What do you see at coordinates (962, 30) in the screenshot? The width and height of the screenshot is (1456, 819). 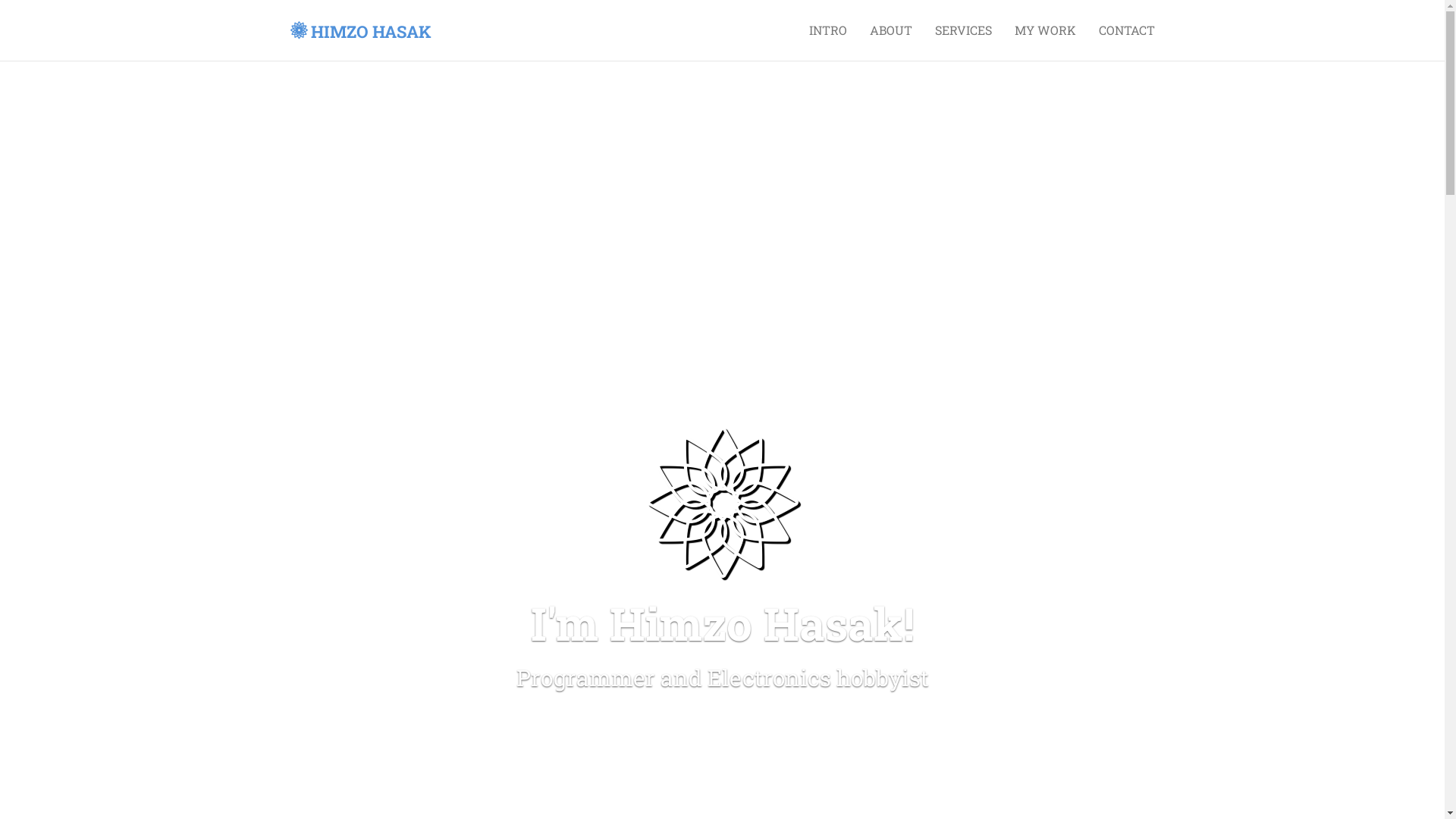 I see `'SERVICES'` at bounding box center [962, 30].